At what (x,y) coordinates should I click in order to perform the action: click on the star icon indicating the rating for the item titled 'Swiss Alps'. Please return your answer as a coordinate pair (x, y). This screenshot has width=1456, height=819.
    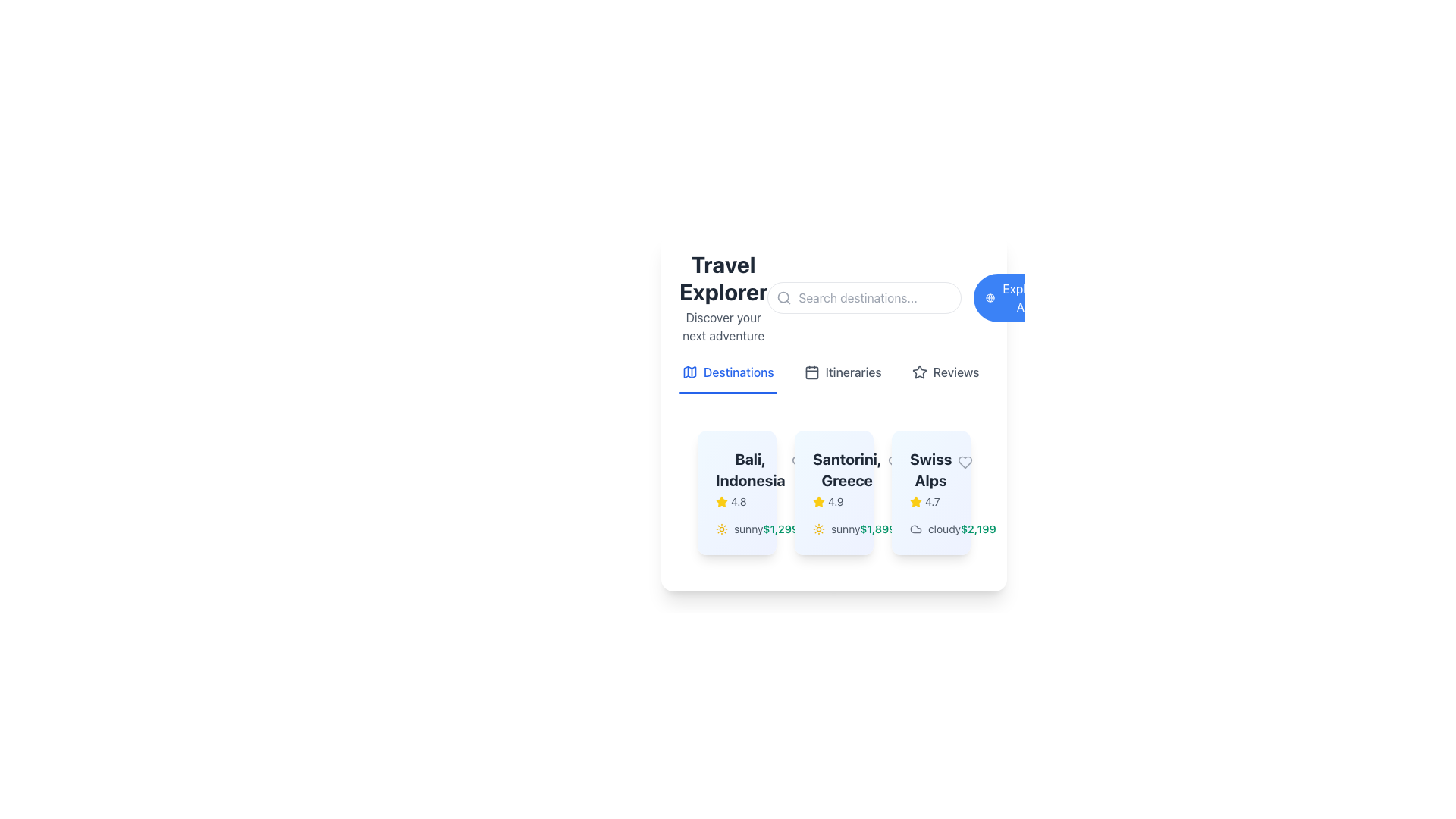
    Looking at the image, I should click on (918, 372).